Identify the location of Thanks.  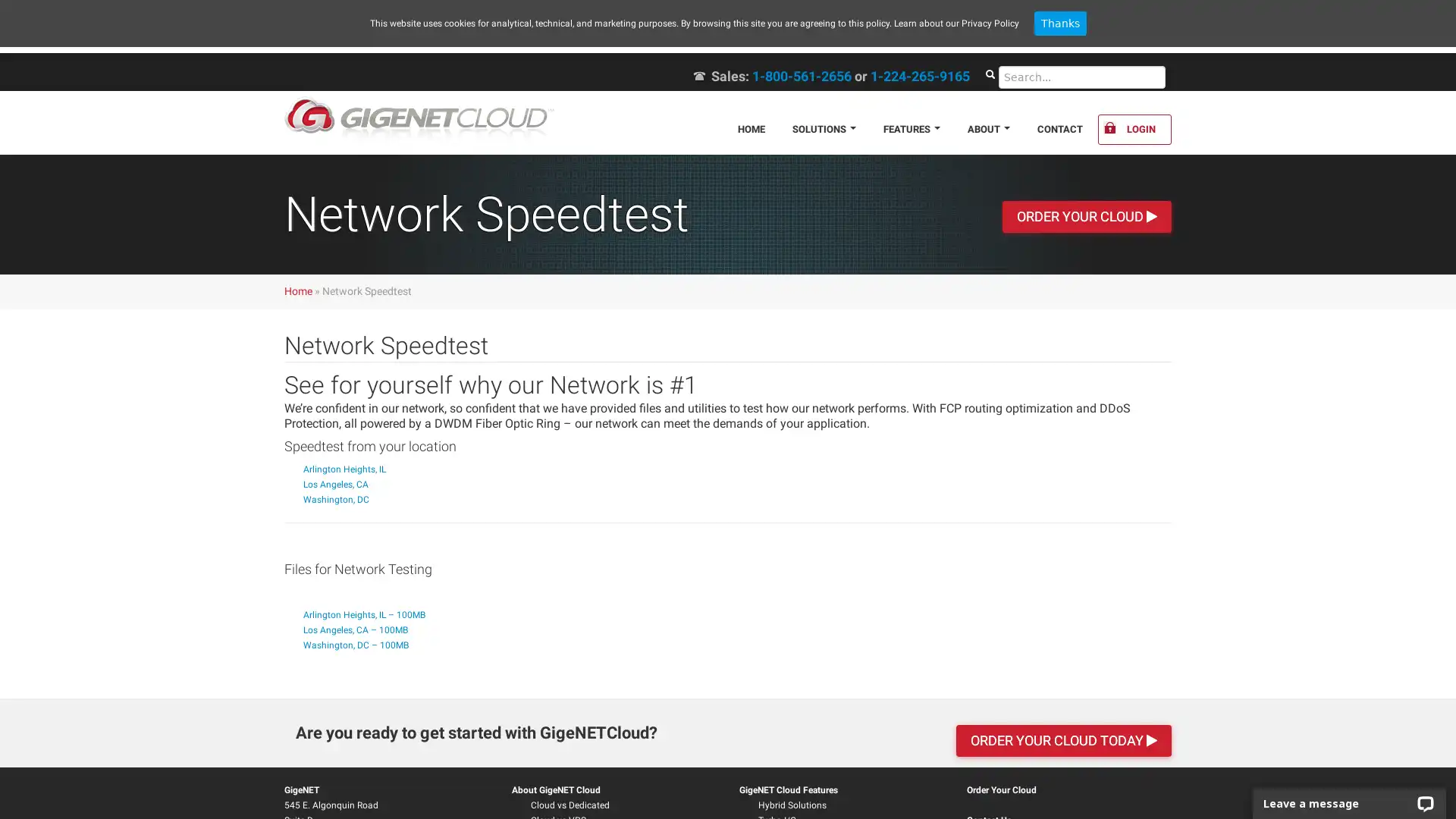
(1059, 23).